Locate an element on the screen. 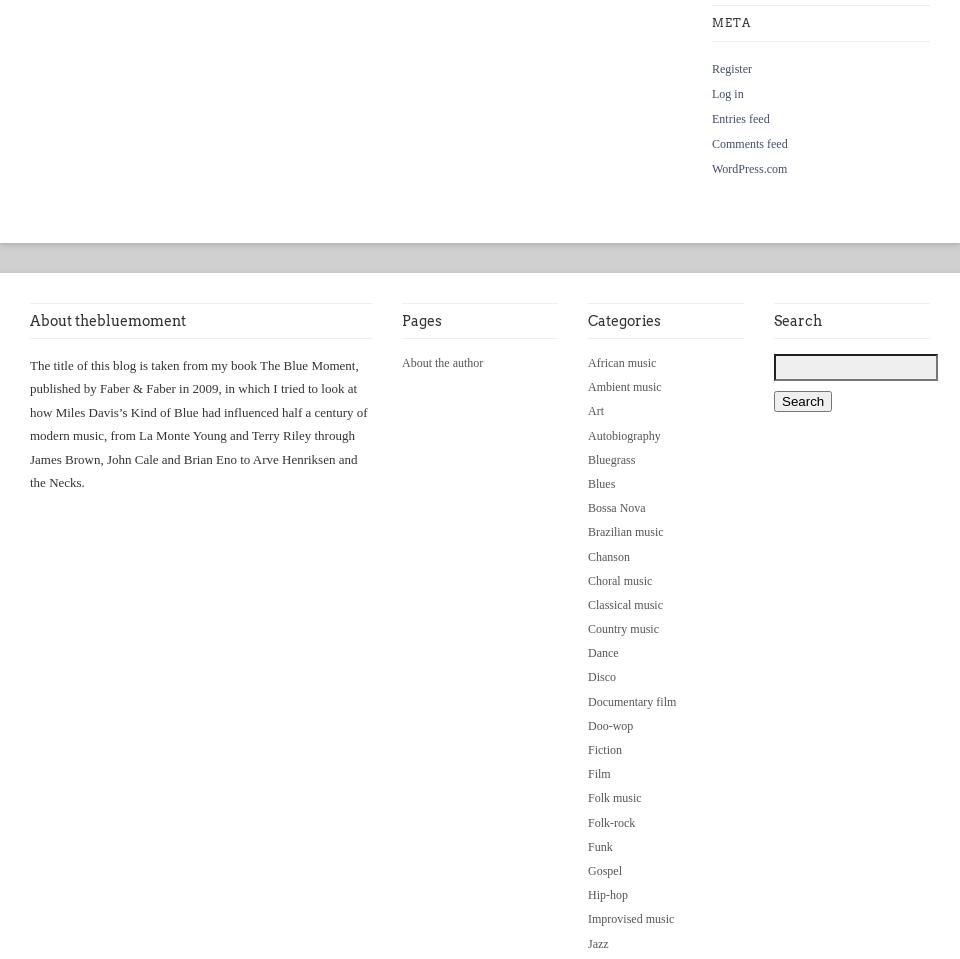 The width and height of the screenshot is (960, 959). 'Folk music' is located at coordinates (613, 797).